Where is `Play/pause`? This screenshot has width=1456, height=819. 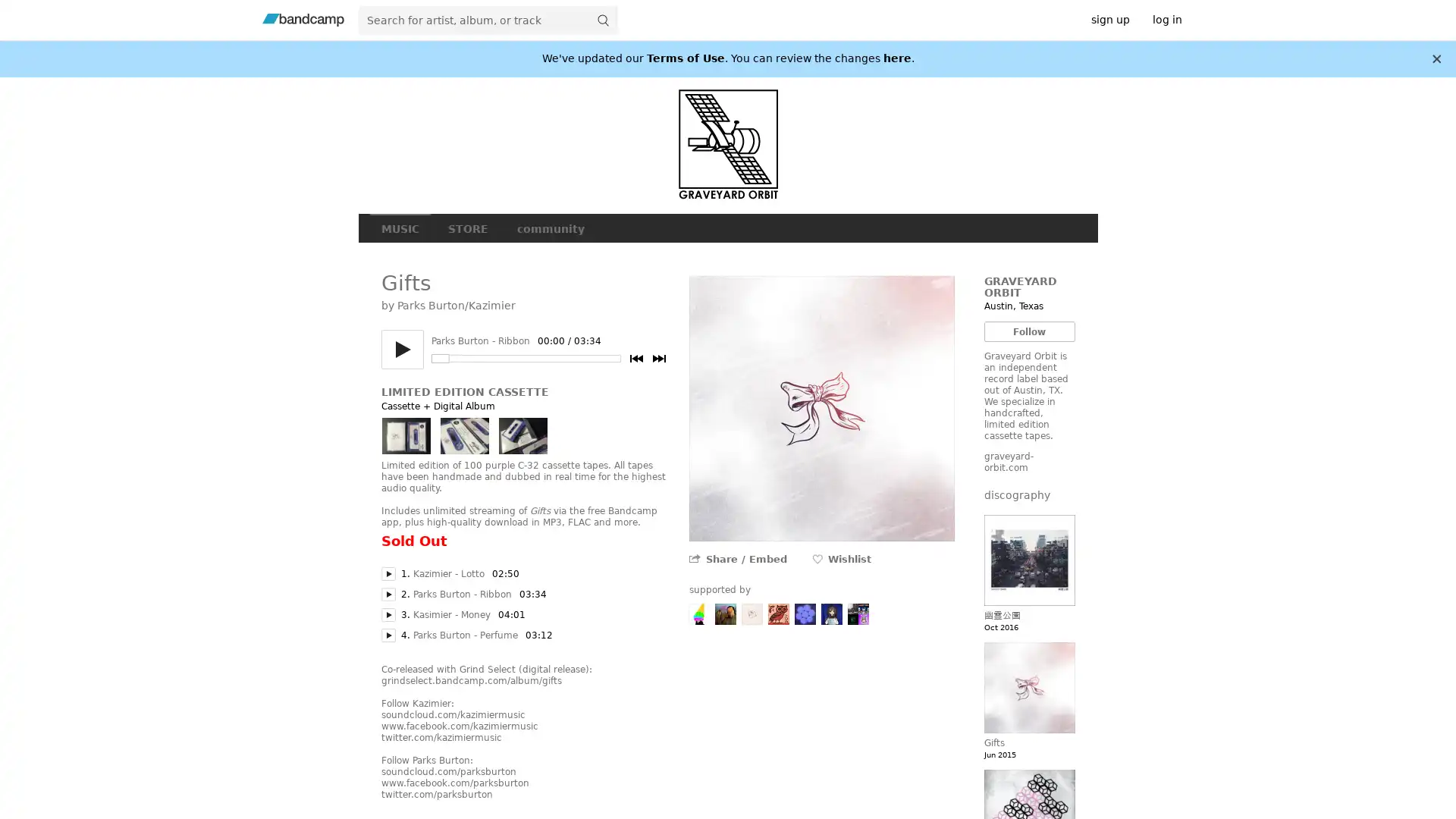 Play/pause is located at coordinates (401, 350).